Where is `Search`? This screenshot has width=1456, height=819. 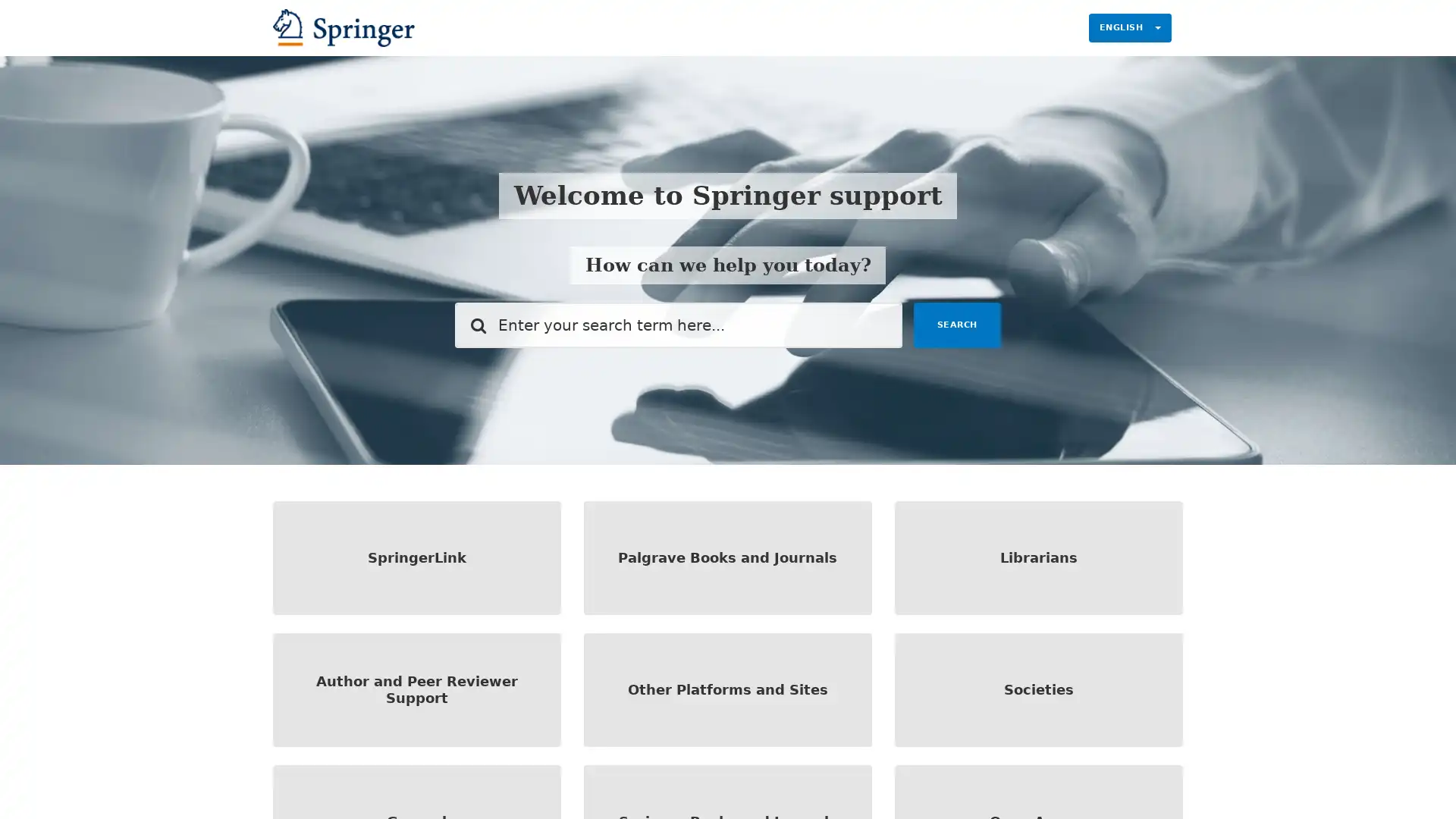
Search is located at coordinates (956, 324).